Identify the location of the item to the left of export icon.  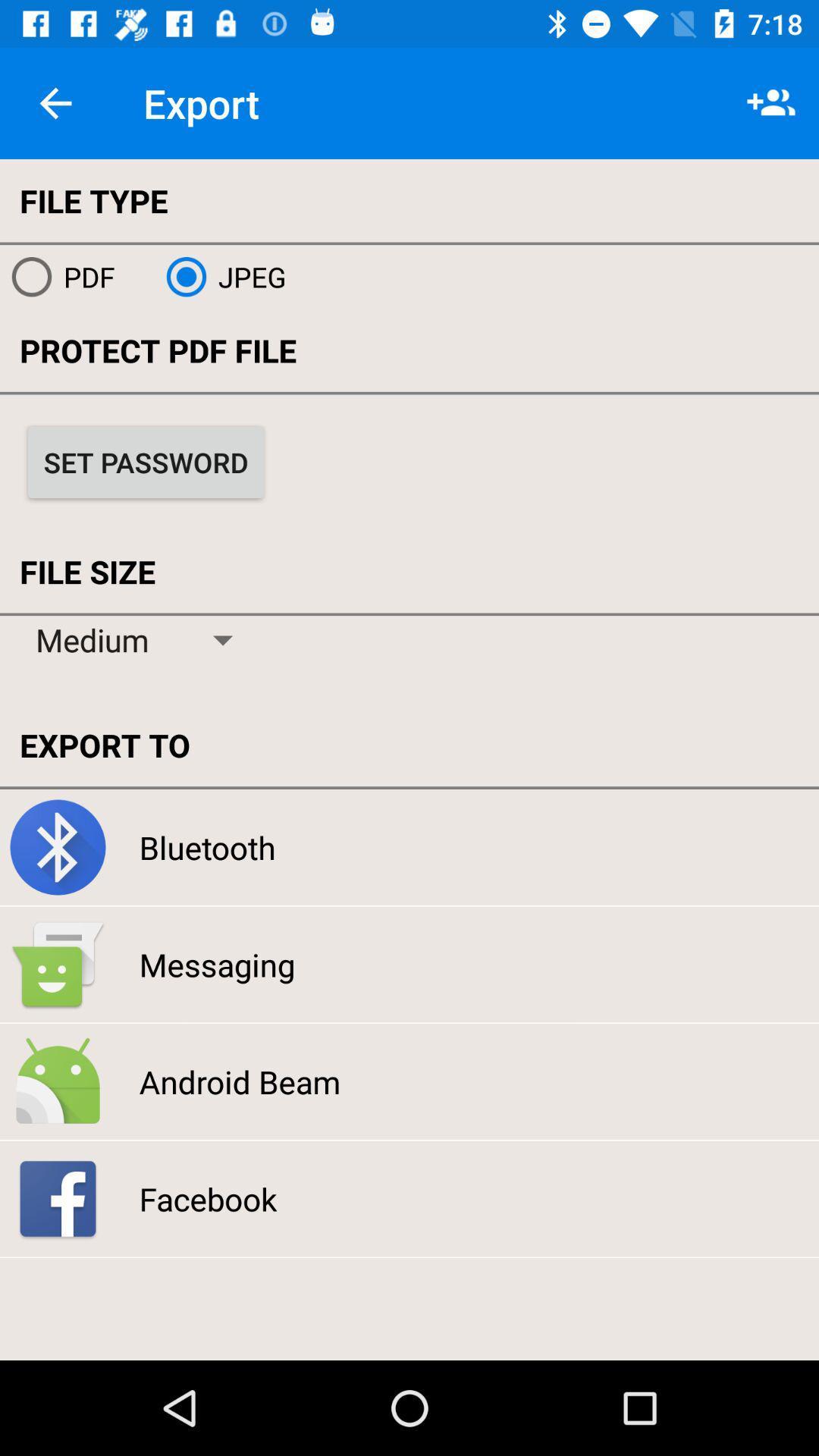
(55, 102).